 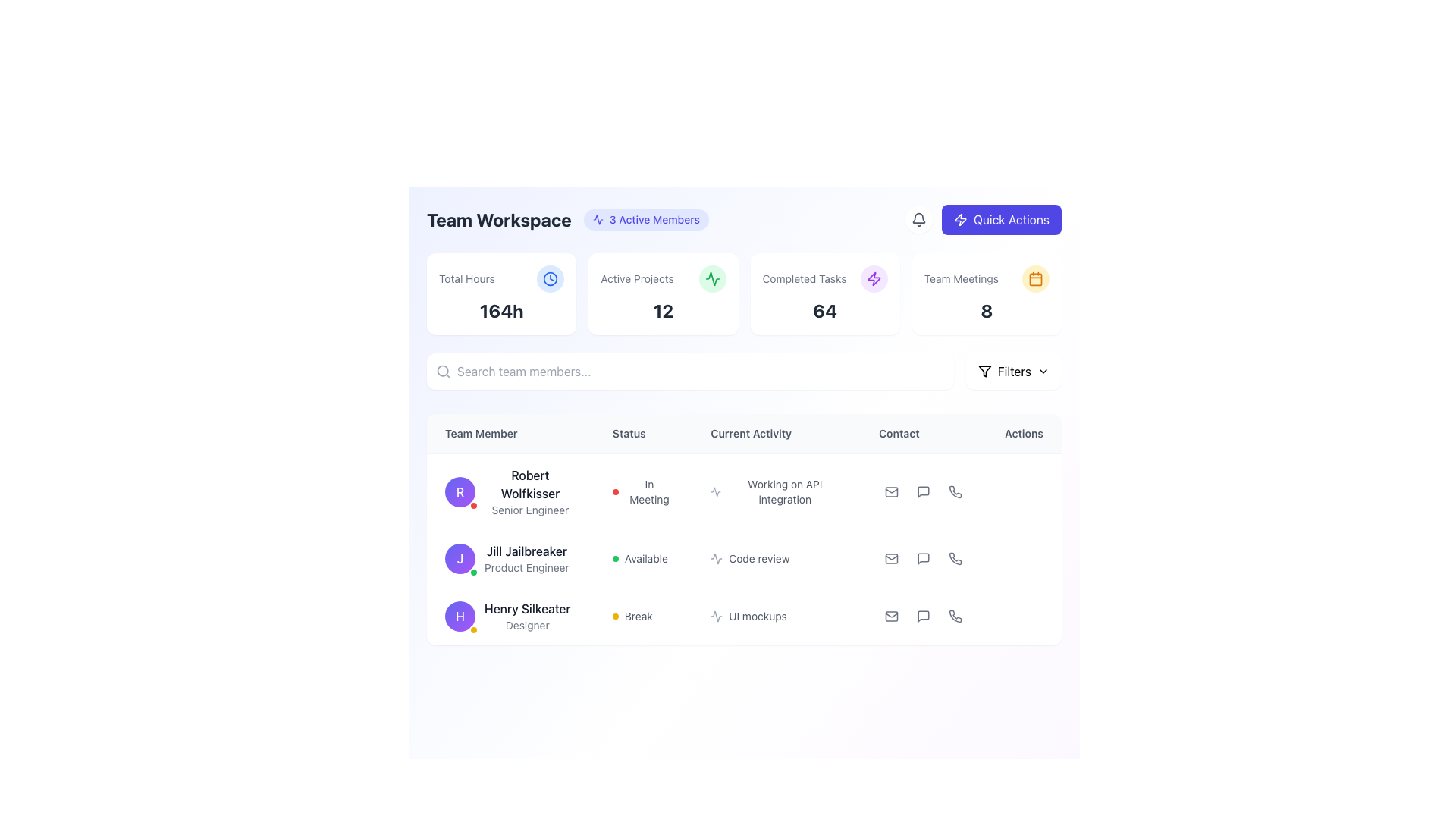 I want to click on the status indicator text label for team member 'Robert Wolfkisser' by navigating to its location in the 'Team Workspace' interface, so click(x=643, y=491).